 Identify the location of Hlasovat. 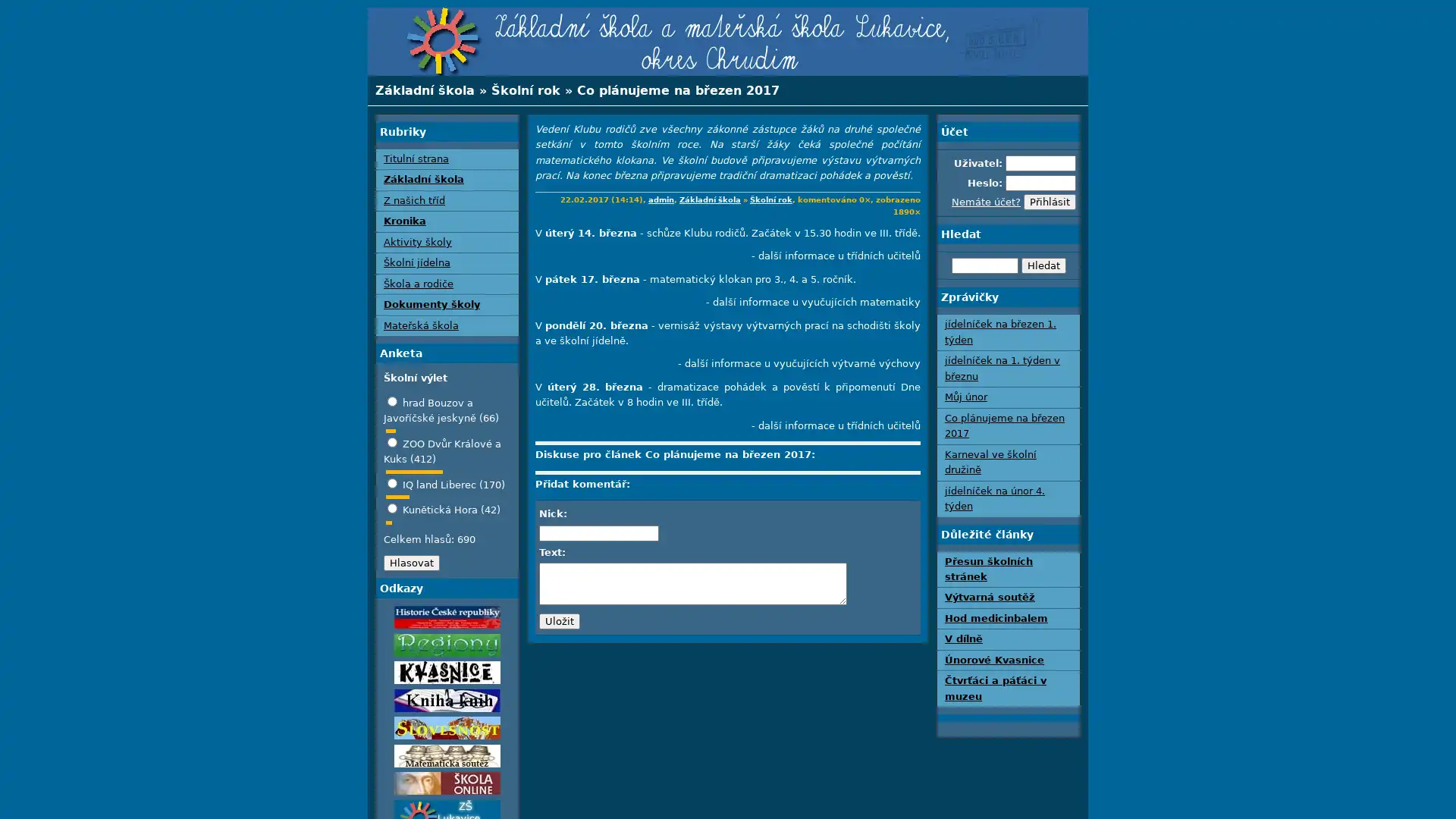
(411, 562).